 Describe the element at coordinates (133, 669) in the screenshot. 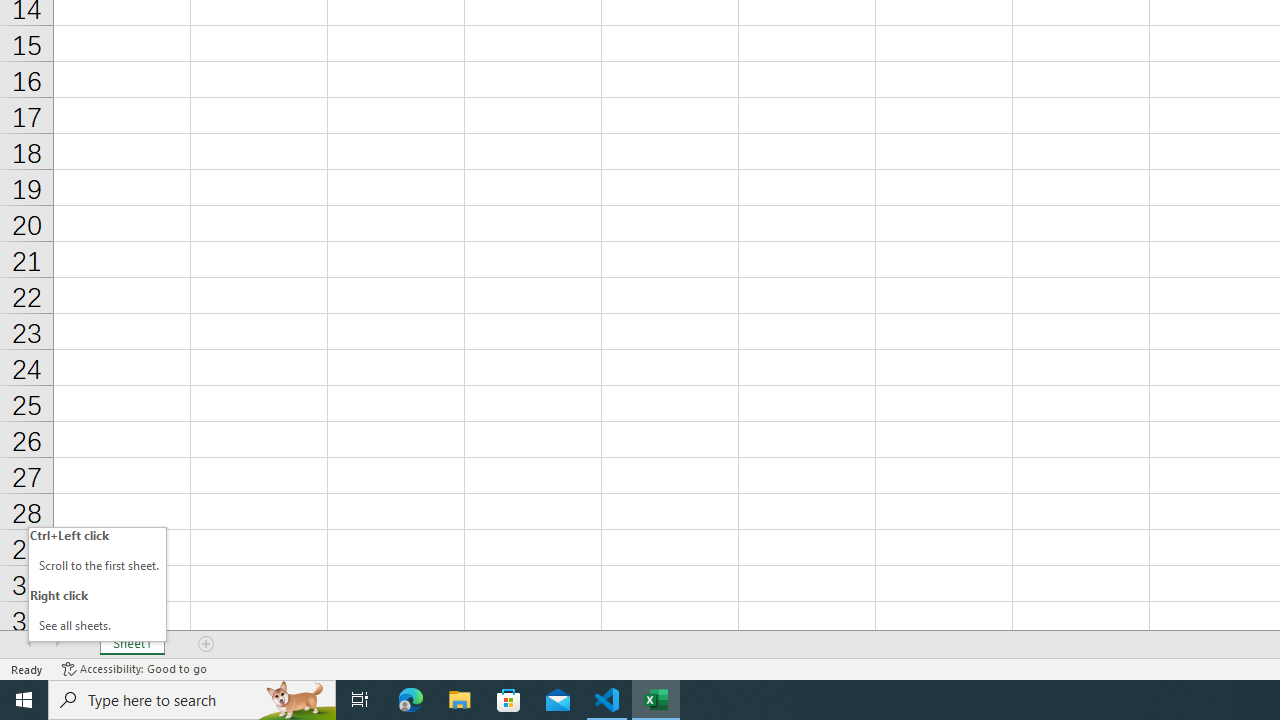

I see `'Accessibility Checker Accessibility: Good to go'` at that location.